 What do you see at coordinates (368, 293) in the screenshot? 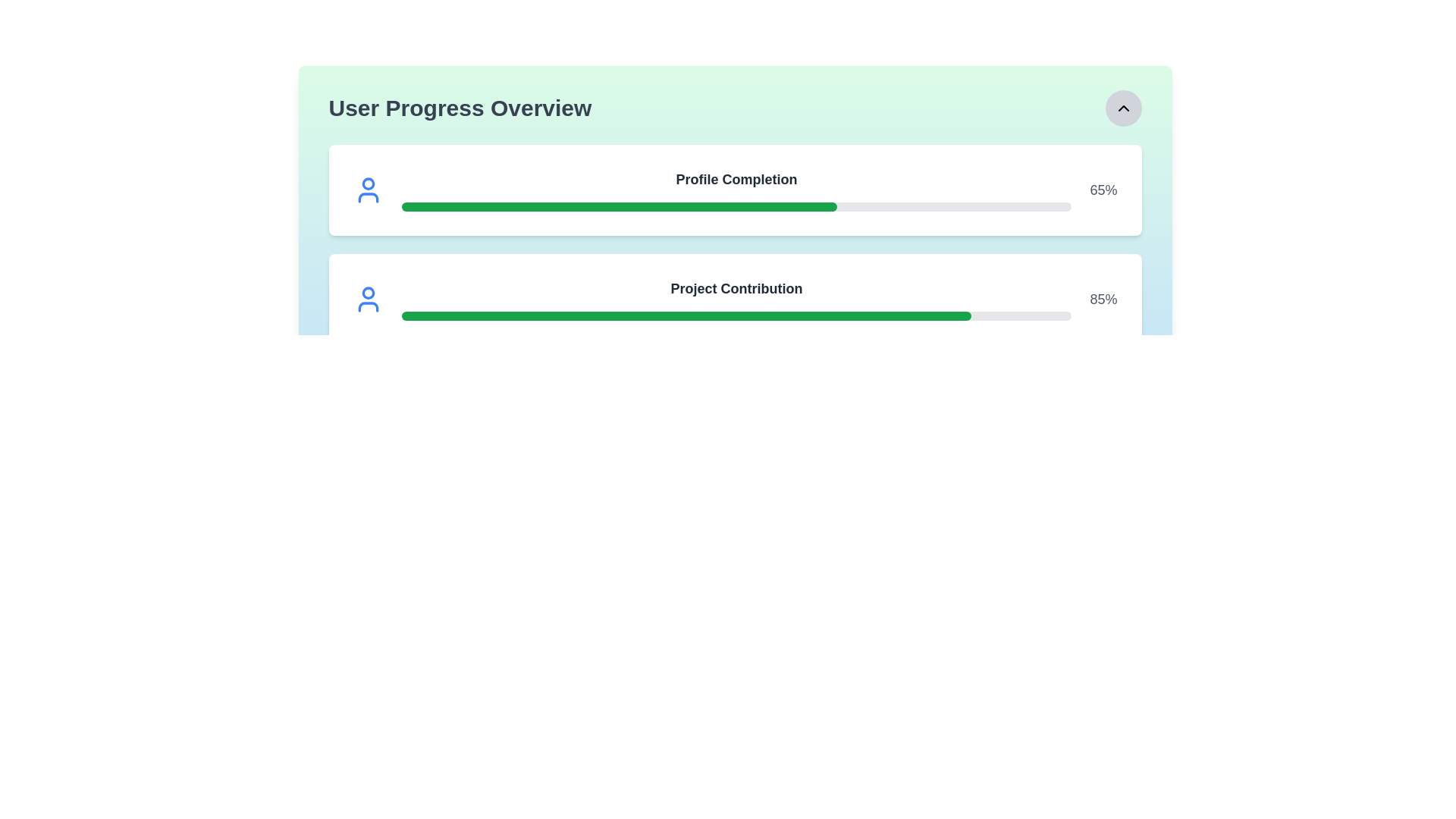
I see `the user profile icon, specifically the head portion located at the top center of the icon in the second progress bar section` at bounding box center [368, 293].